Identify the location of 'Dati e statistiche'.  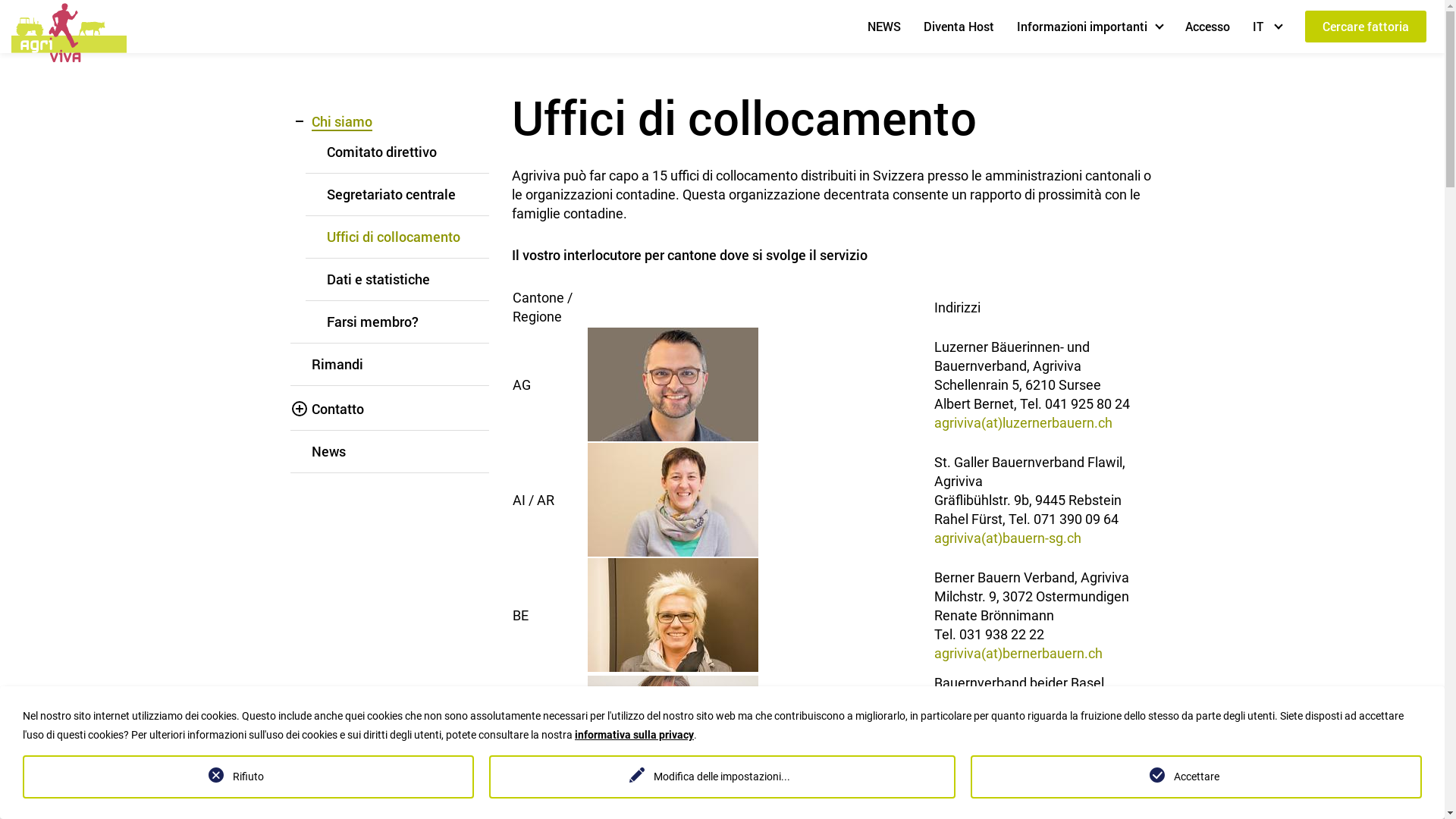
(378, 278).